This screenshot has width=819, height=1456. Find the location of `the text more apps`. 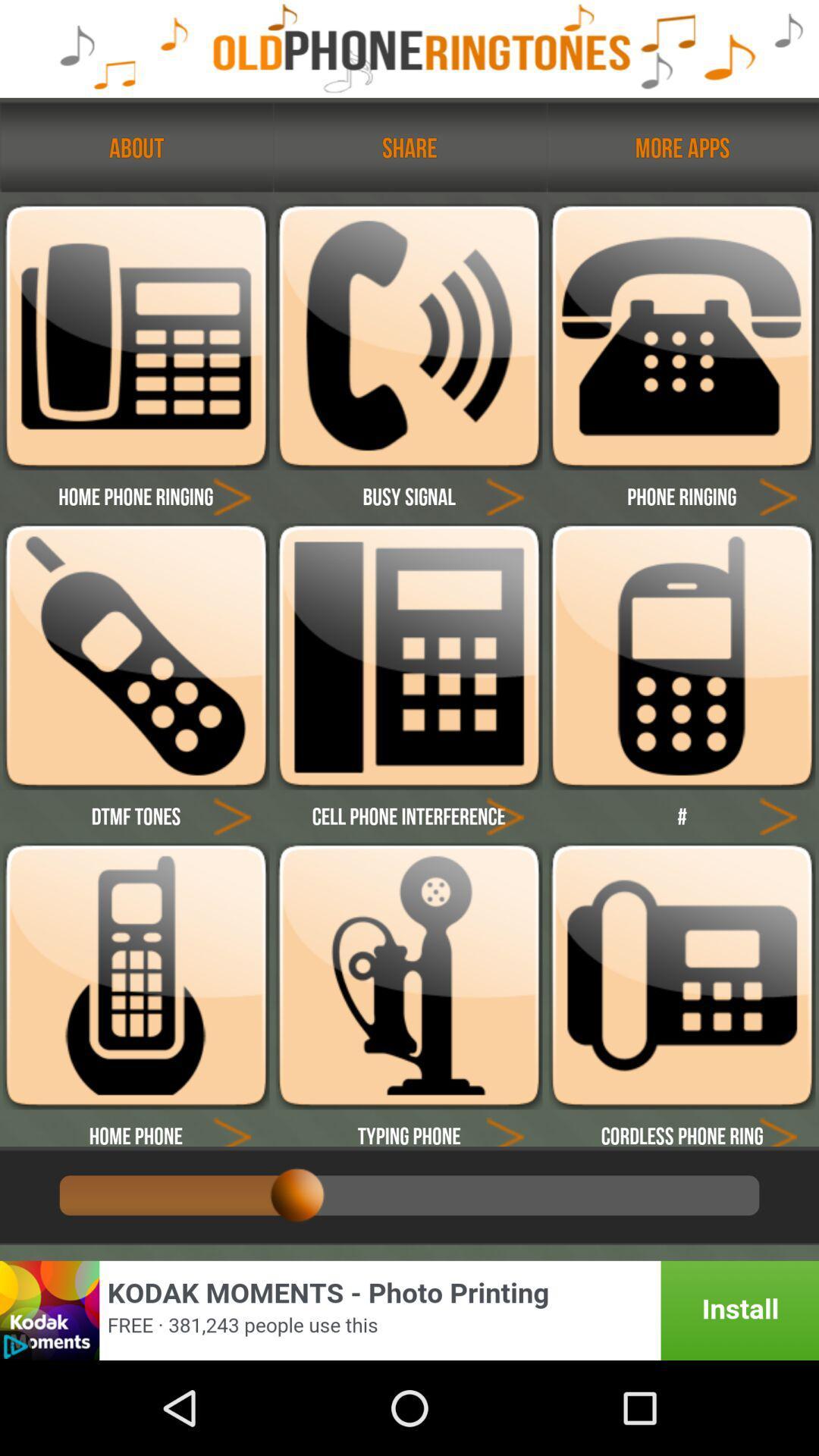

the text more apps is located at coordinates (682, 147).